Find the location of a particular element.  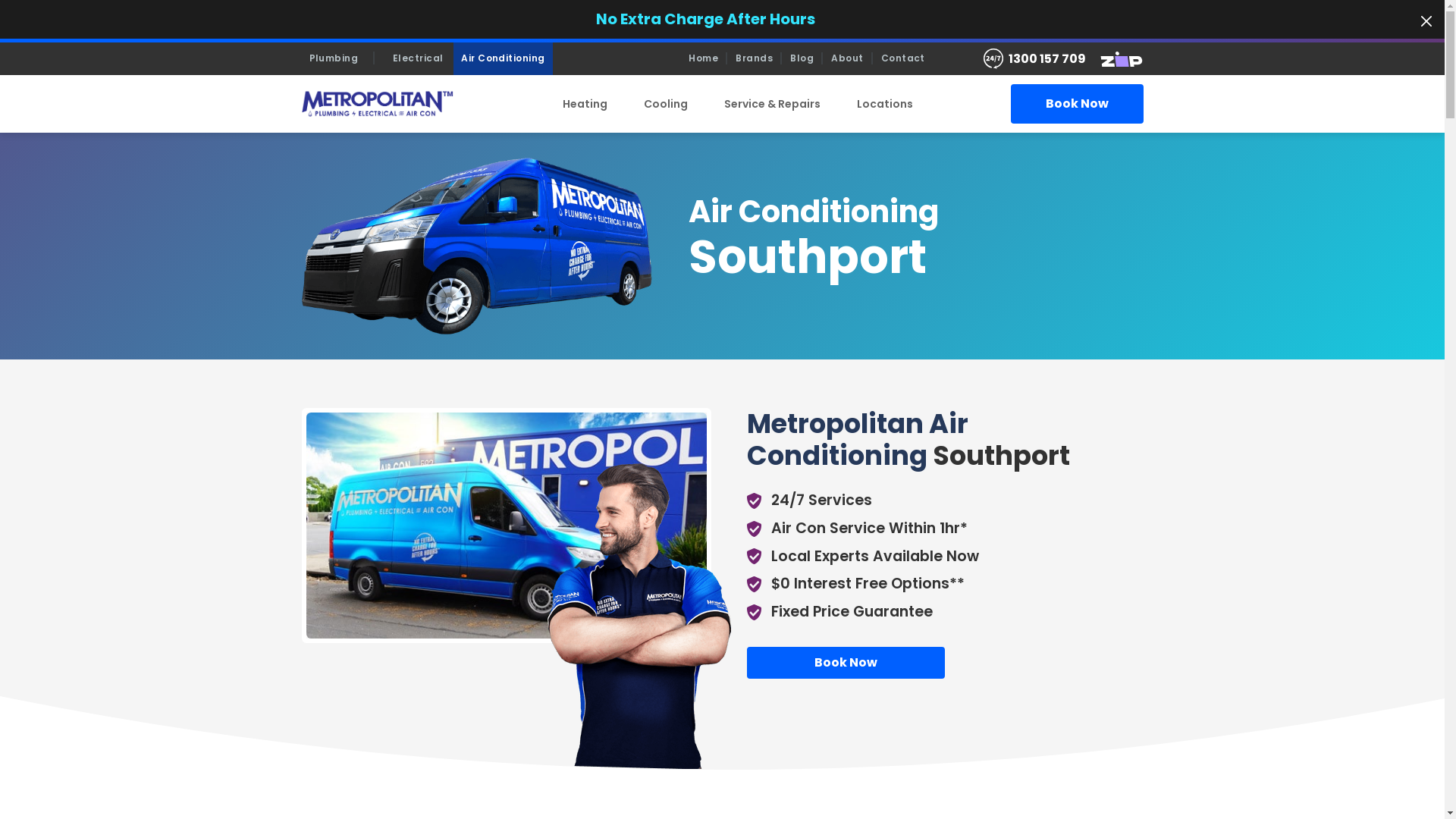

'Heating' is located at coordinates (544, 103).